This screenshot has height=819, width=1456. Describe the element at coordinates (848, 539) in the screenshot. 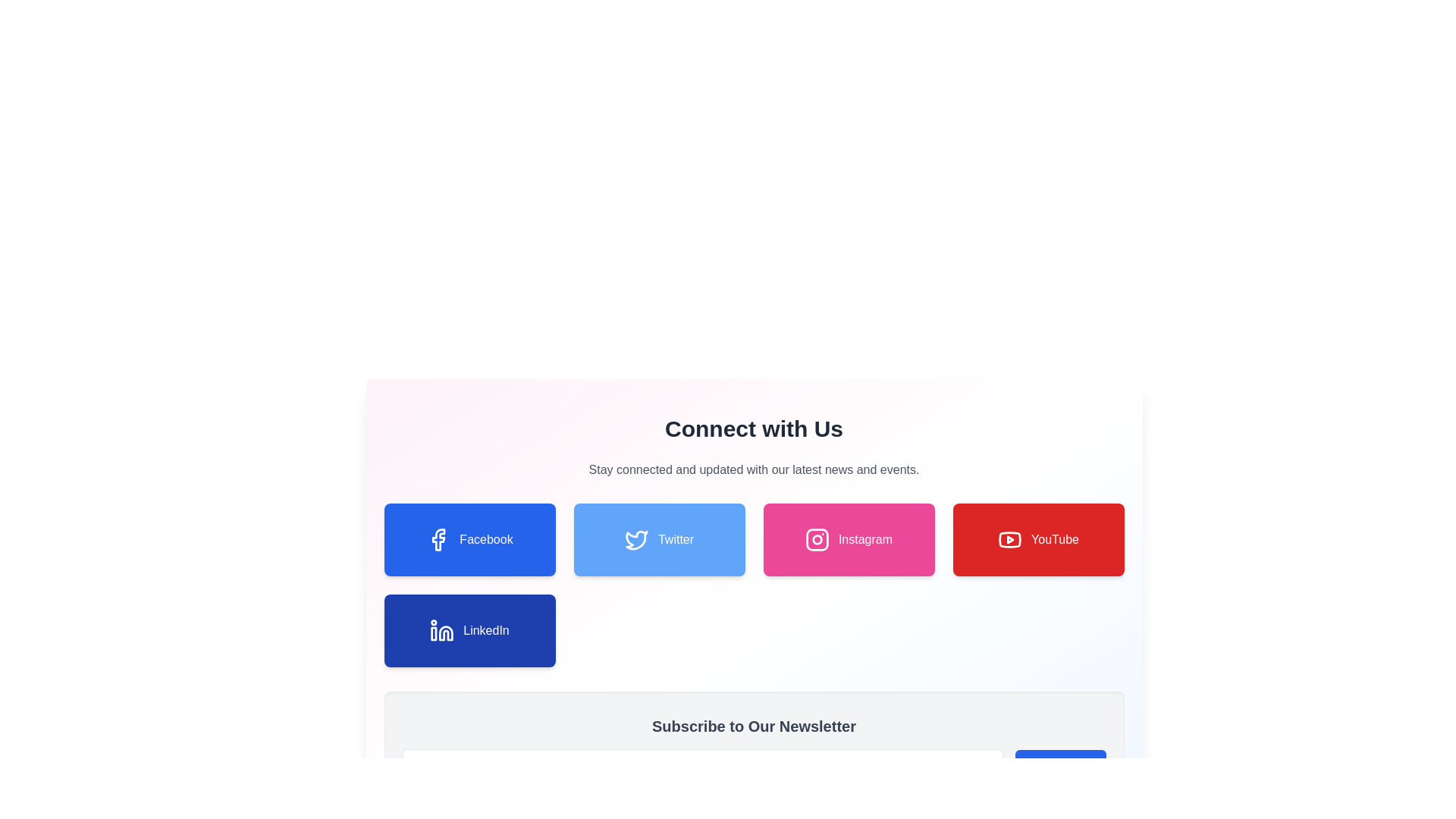

I see `the Instagram button, which has a pink background, rounded corners, and white text with an icon` at that location.